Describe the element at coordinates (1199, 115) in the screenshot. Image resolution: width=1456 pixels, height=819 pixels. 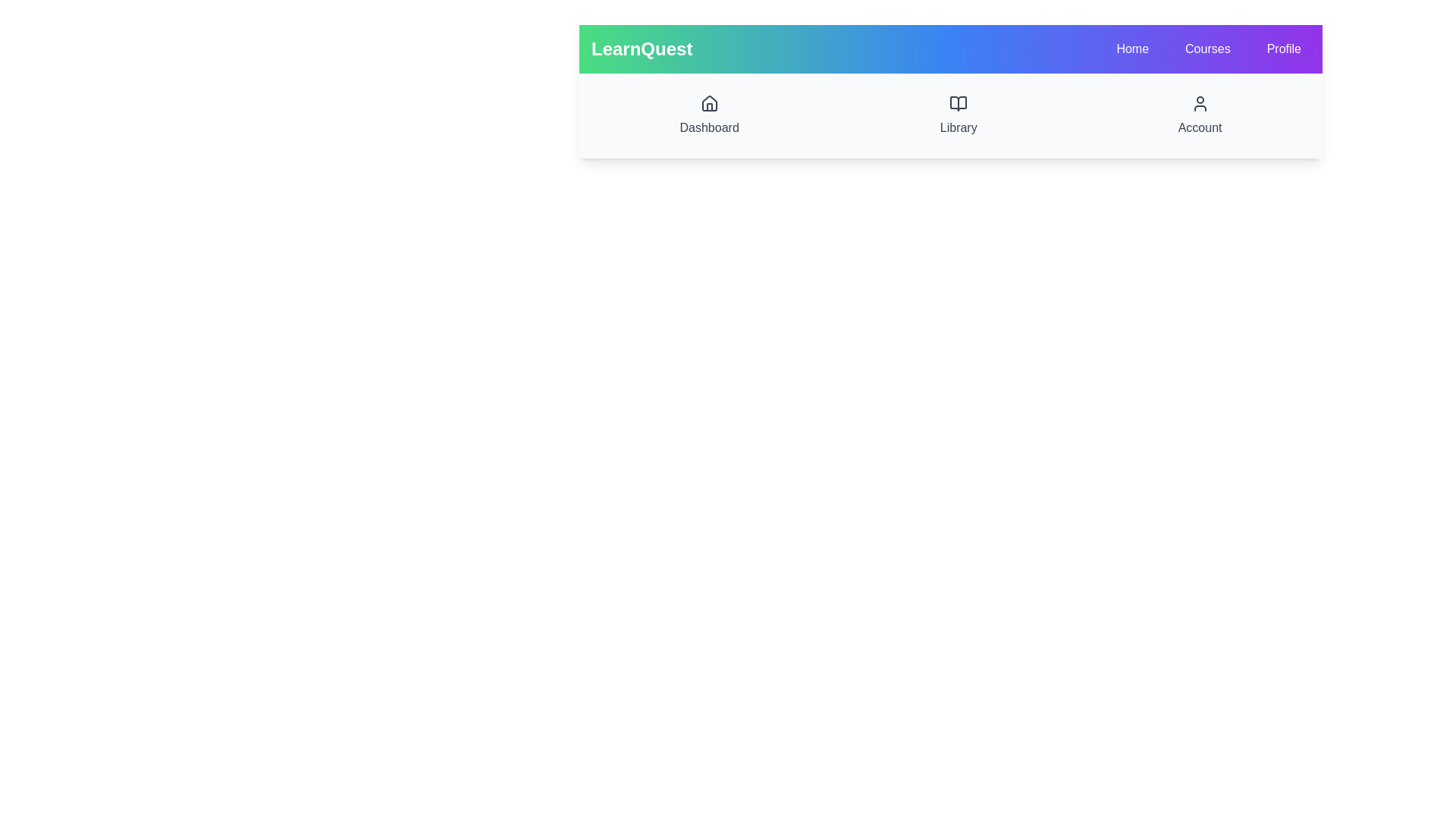
I see `the Account to observe its hover effect` at that location.